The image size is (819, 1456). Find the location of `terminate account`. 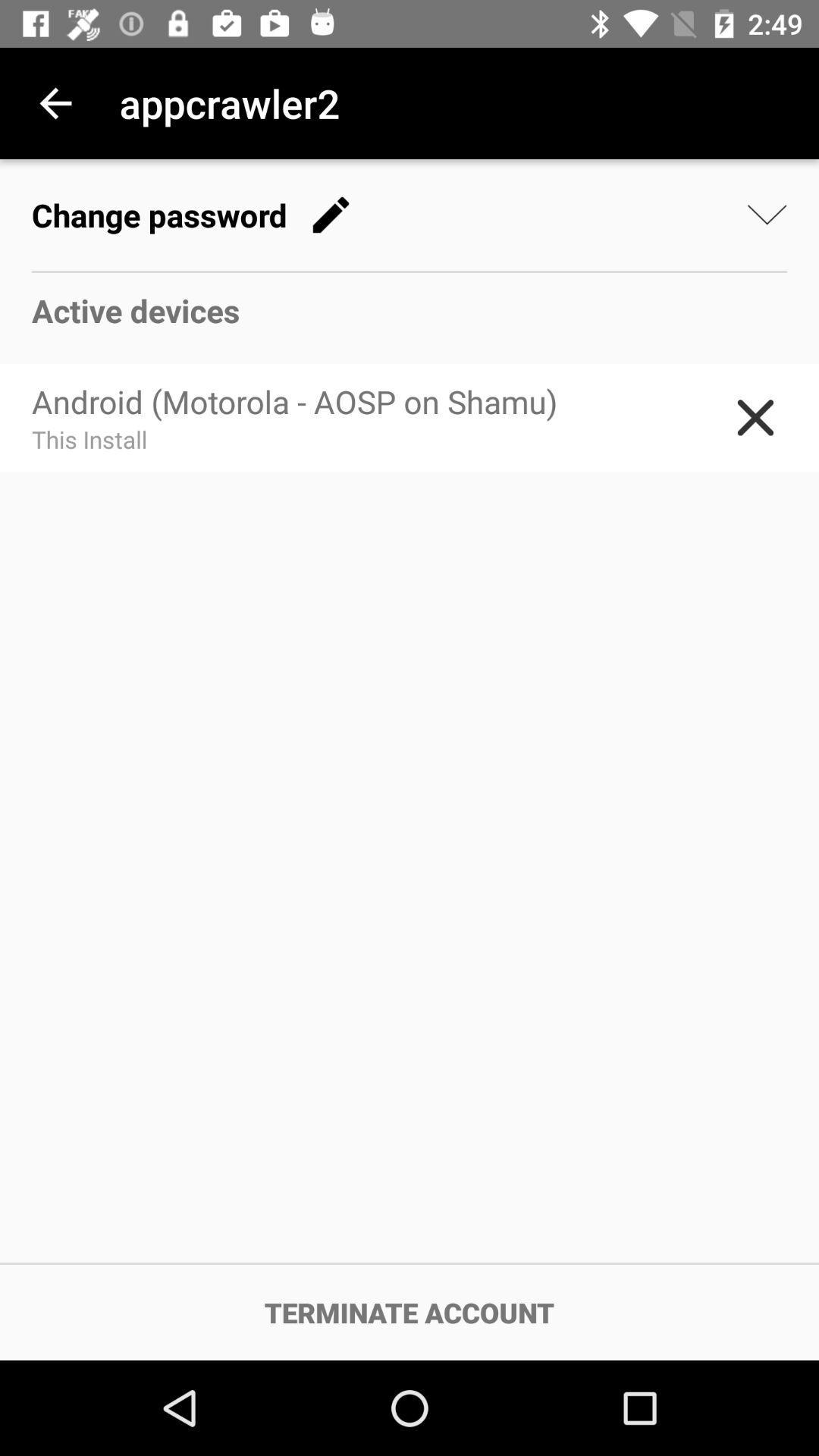

terminate account is located at coordinates (409, 1312).